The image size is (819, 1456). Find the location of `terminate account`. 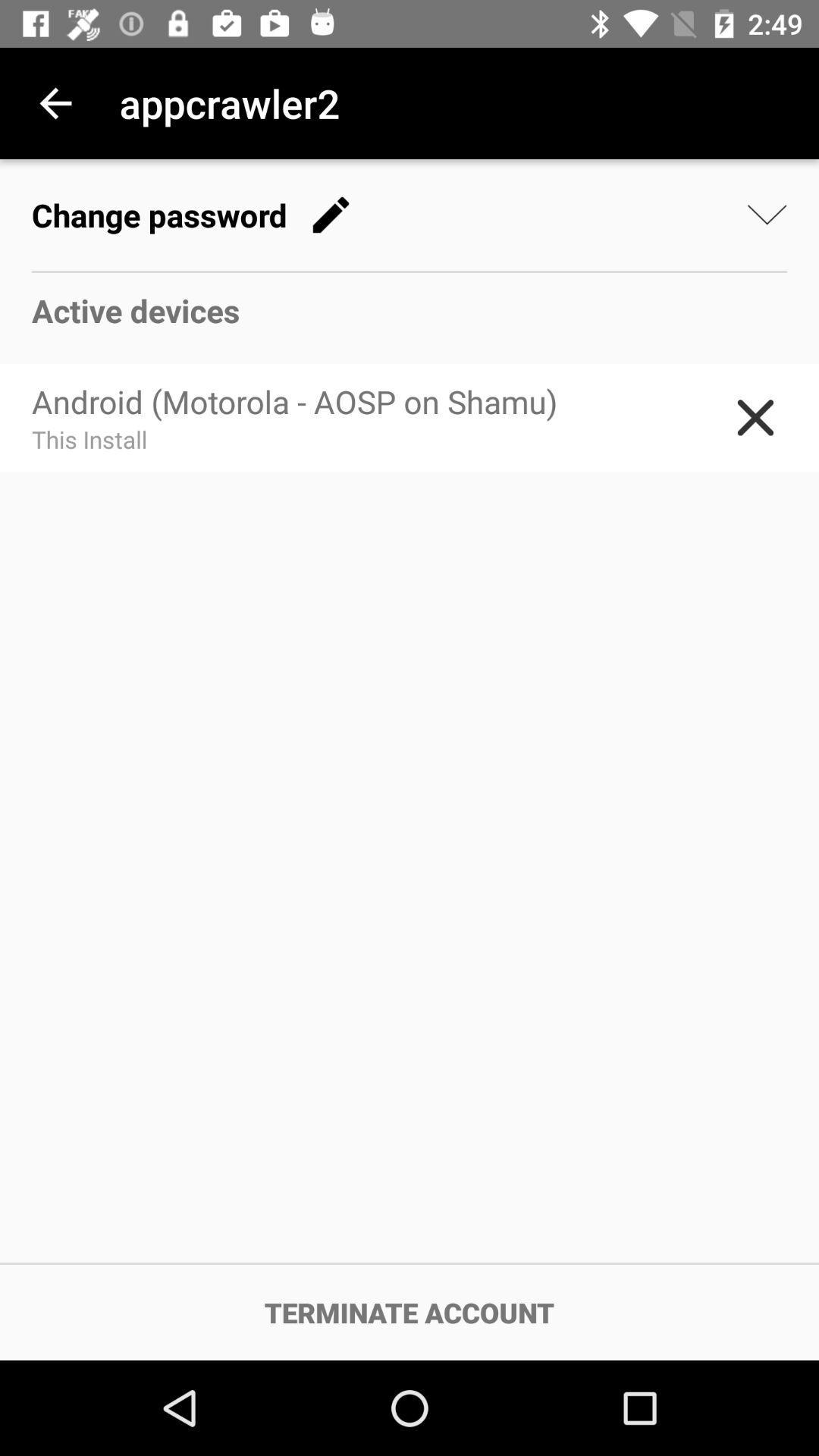

terminate account is located at coordinates (409, 1312).